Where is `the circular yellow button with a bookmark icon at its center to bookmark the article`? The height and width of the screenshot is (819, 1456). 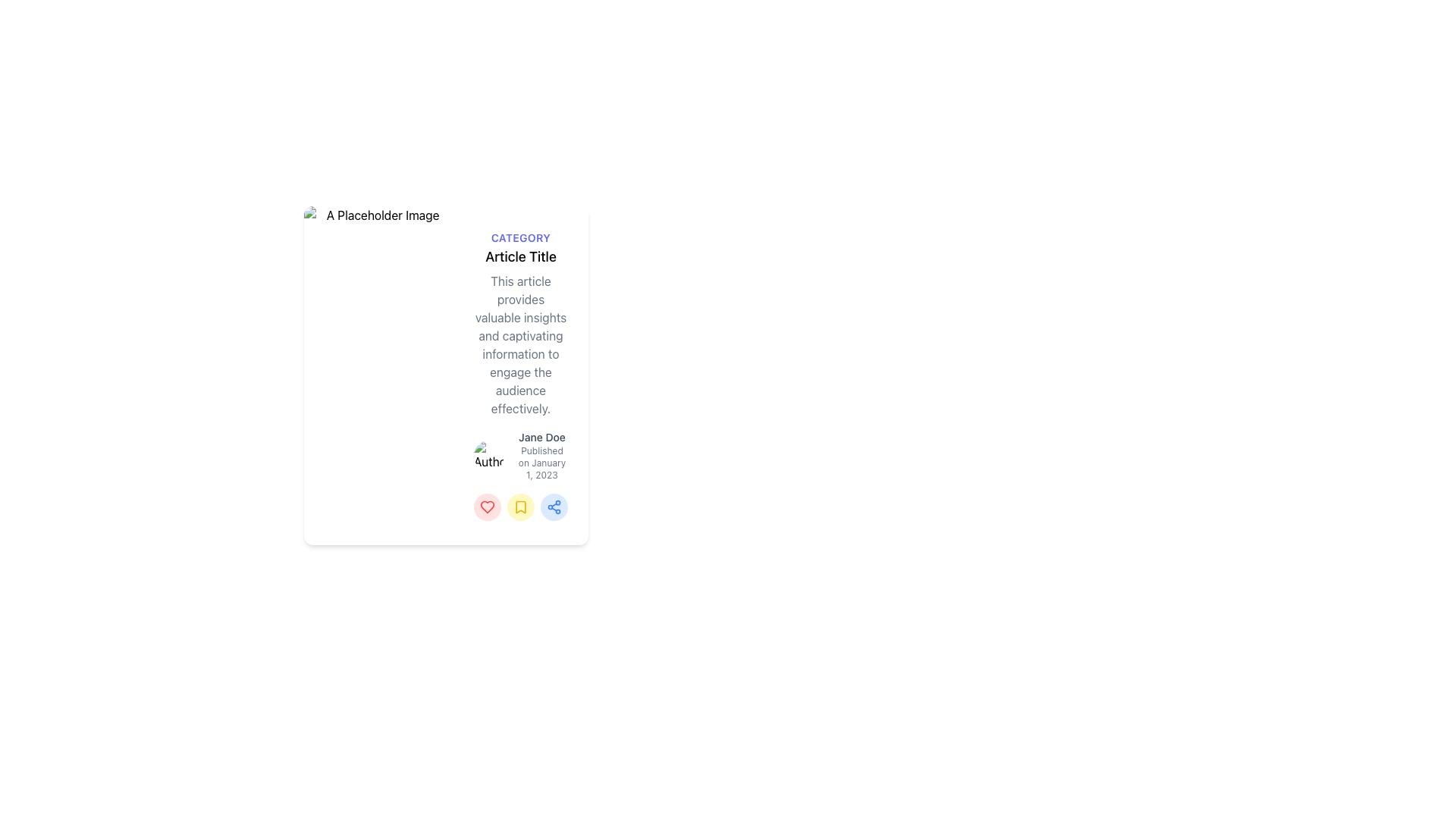 the circular yellow button with a bookmark icon at its center to bookmark the article is located at coordinates (520, 507).